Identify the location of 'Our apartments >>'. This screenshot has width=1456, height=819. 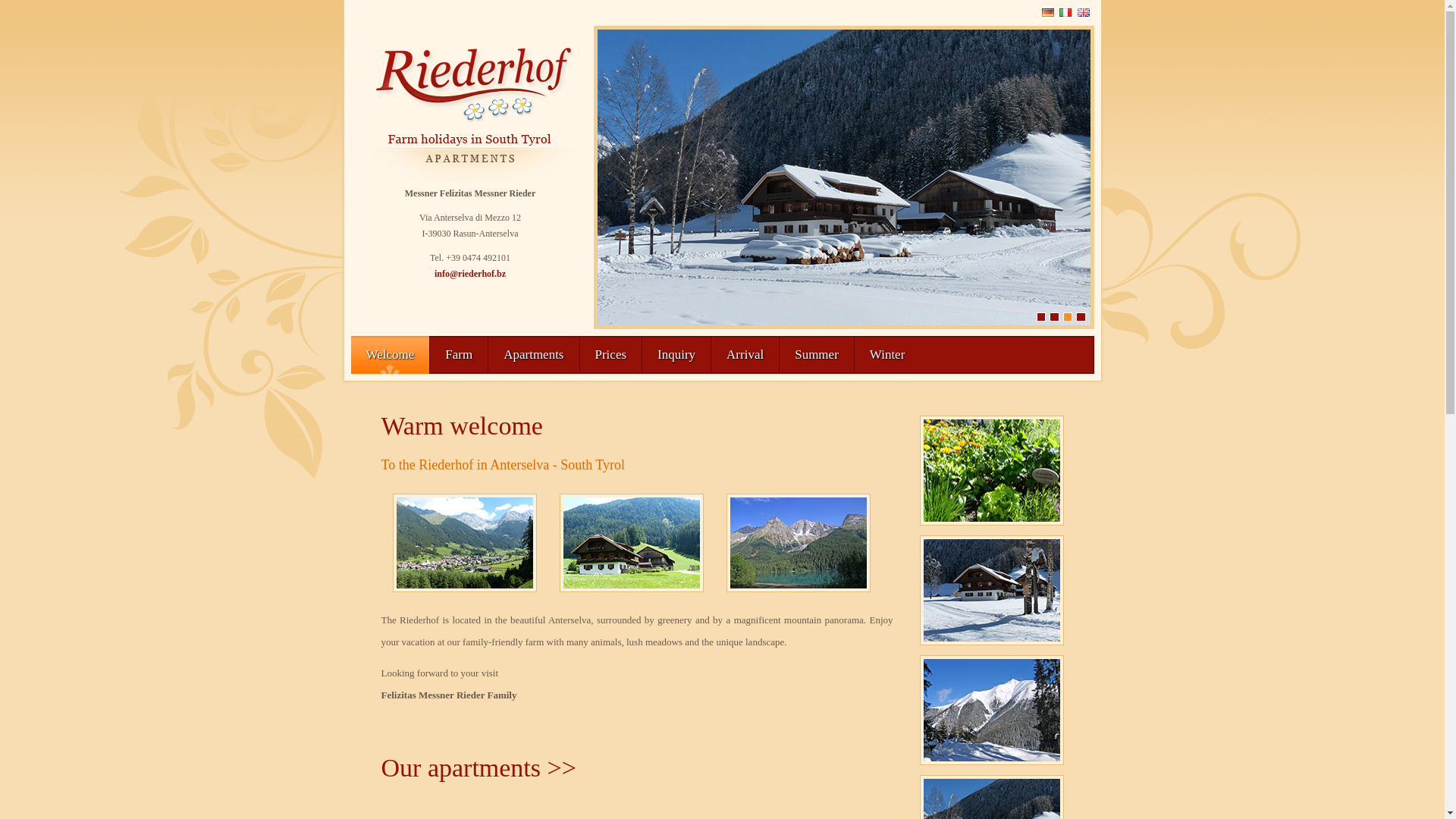
(477, 767).